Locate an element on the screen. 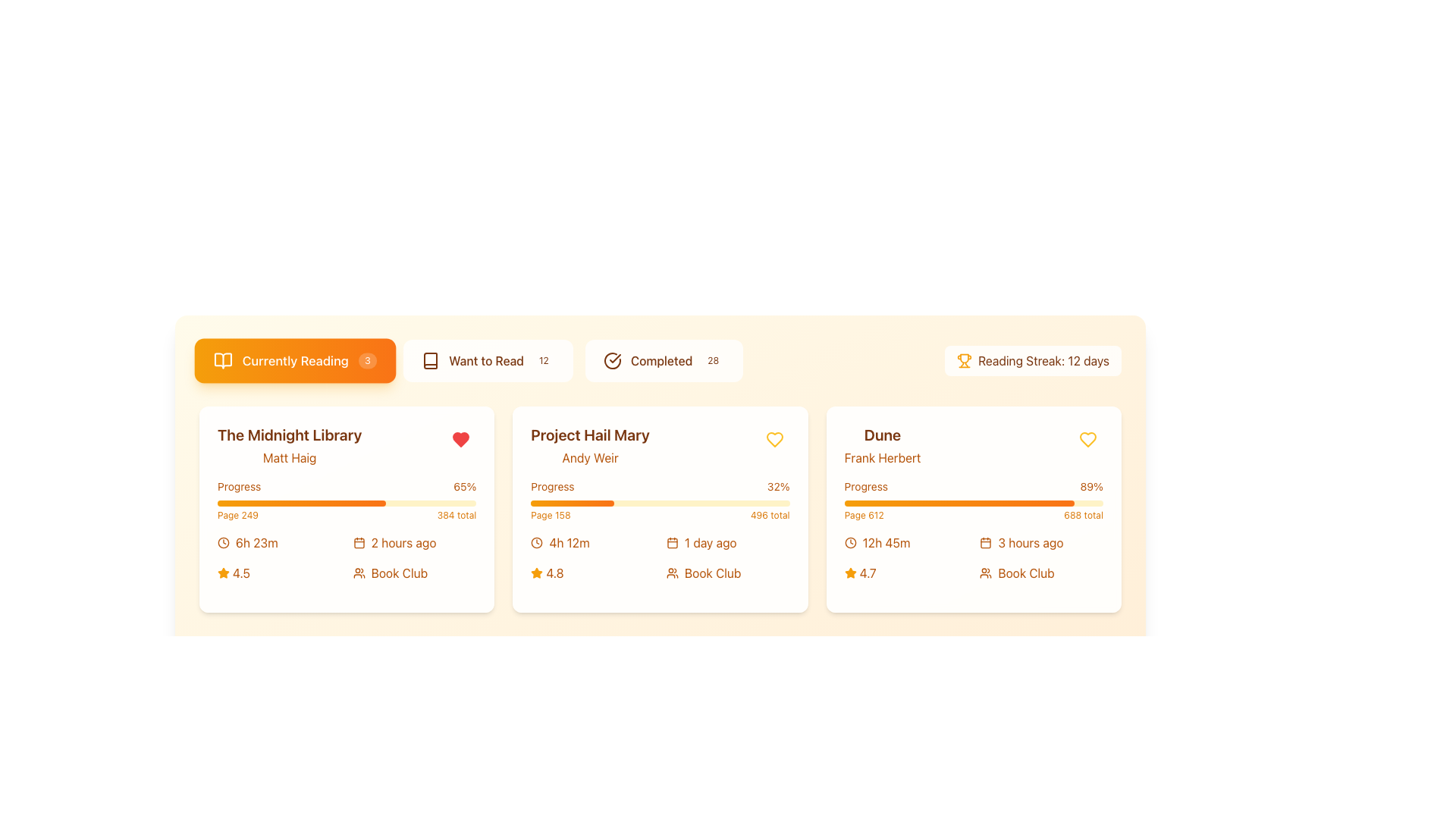 This screenshot has height=819, width=1456. the decorative icon associated with the 'Currently Reading' button, located to the left of the label text 'Currently Reading' is located at coordinates (222, 360).